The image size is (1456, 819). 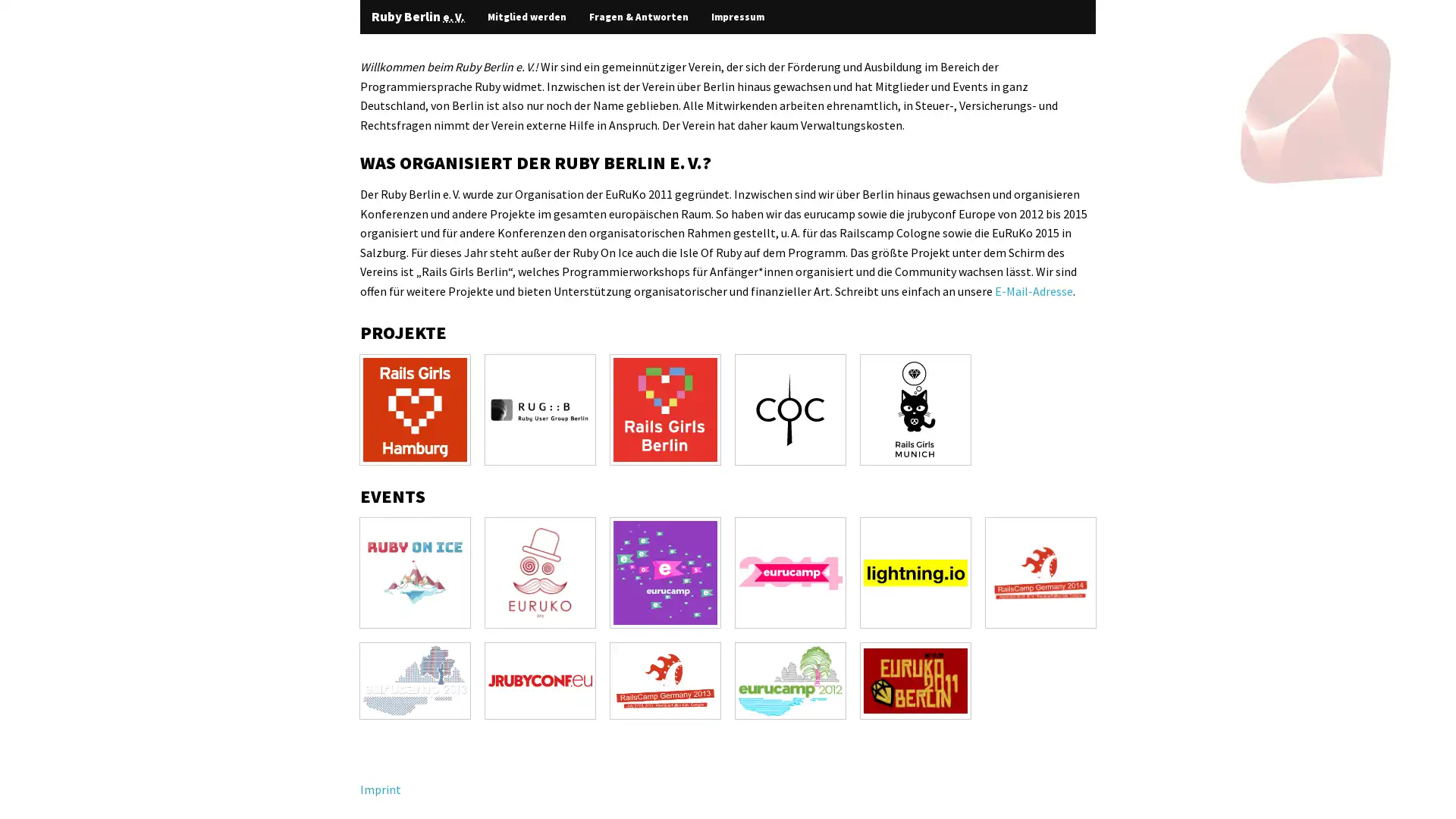 What do you see at coordinates (540, 573) in the screenshot?
I see `Euruko 2015` at bounding box center [540, 573].